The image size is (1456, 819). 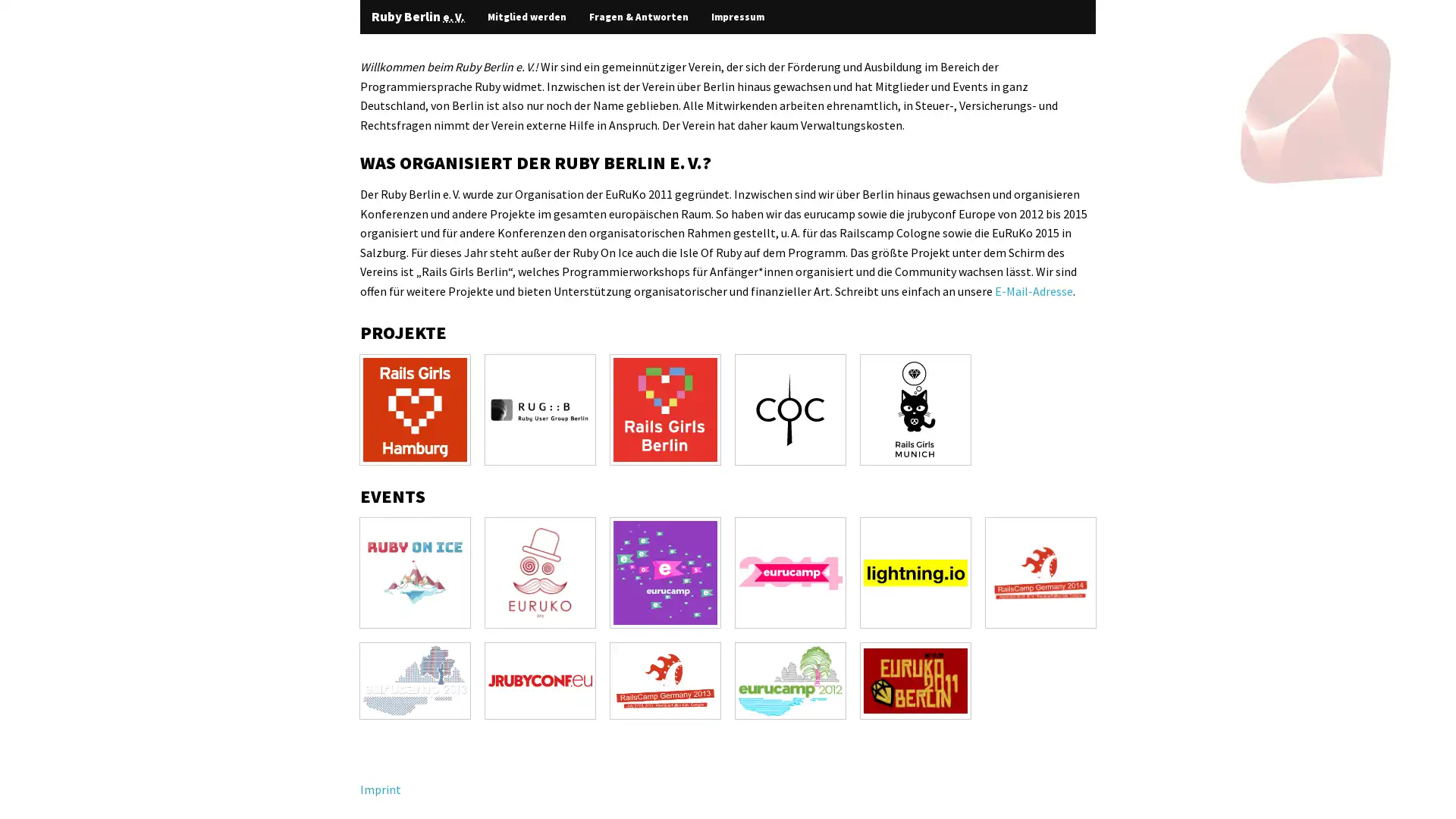 What do you see at coordinates (540, 573) in the screenshot?
I see `Euruko 2015` at bounding box center [540, 573].